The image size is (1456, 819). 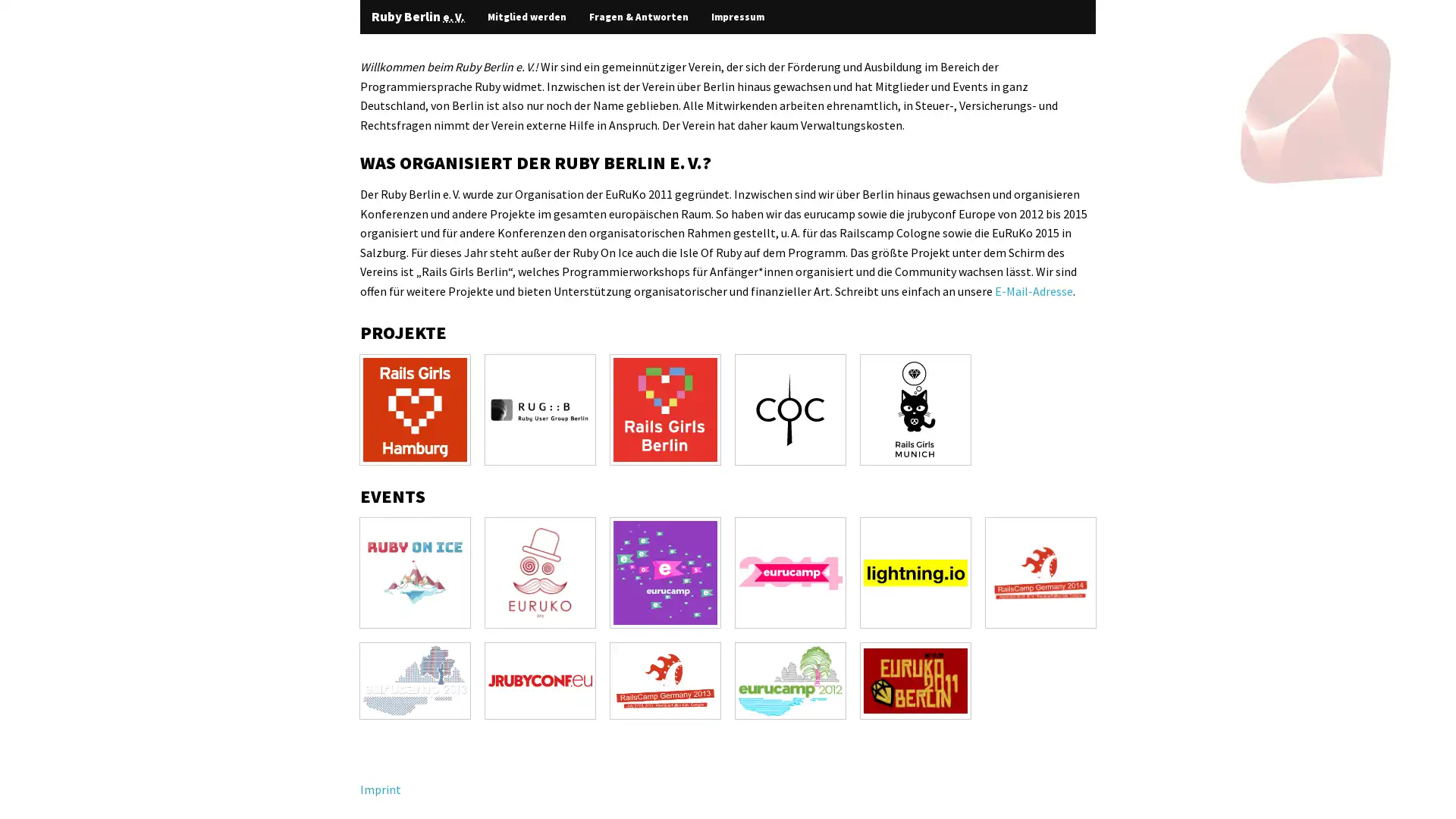 What do you see at coordinates (540, 573) in the screenshot?
I see `Euruko 2015` at bounding box center [540, 573].